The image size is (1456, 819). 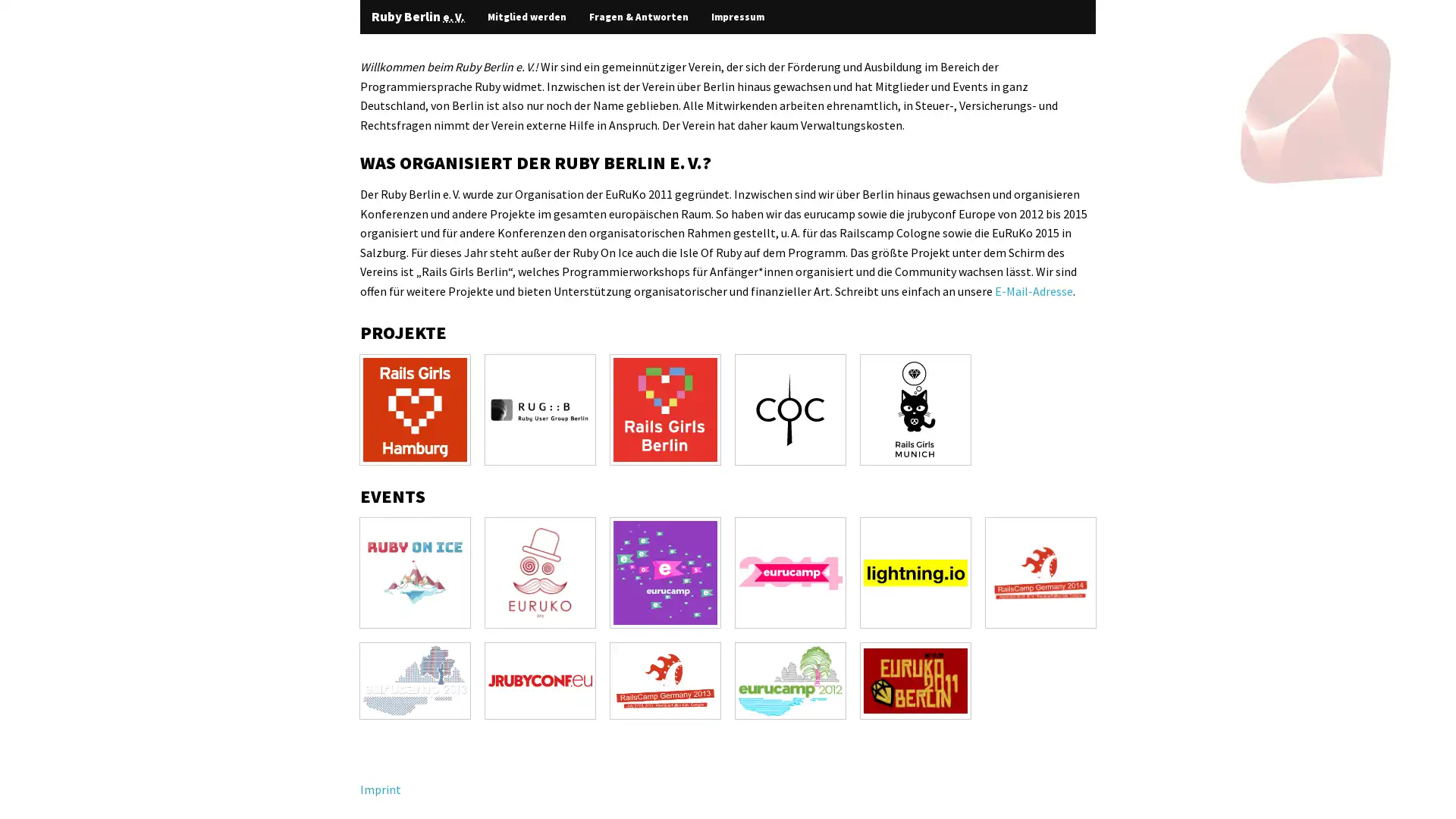 What do you see at coordinates (540, 573) in the screenshot?
I see `Euruko 2015` at bounding box center [540, 573].